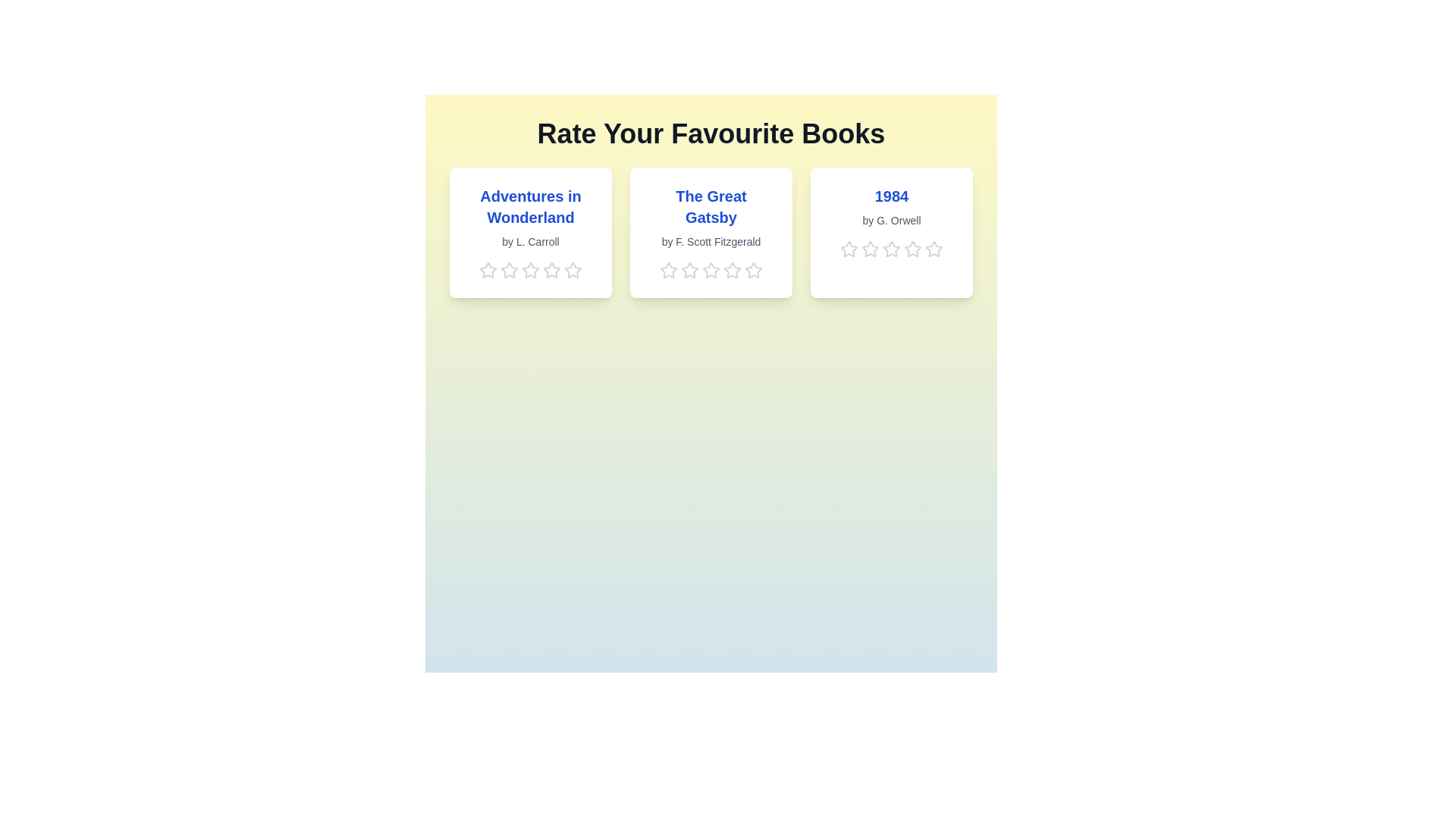 Image resolution: width=1456 pixels, height=819 pixels. I want to click on the 5 star for the book titled 'Adventures in Wonderland', so click(572, 270).